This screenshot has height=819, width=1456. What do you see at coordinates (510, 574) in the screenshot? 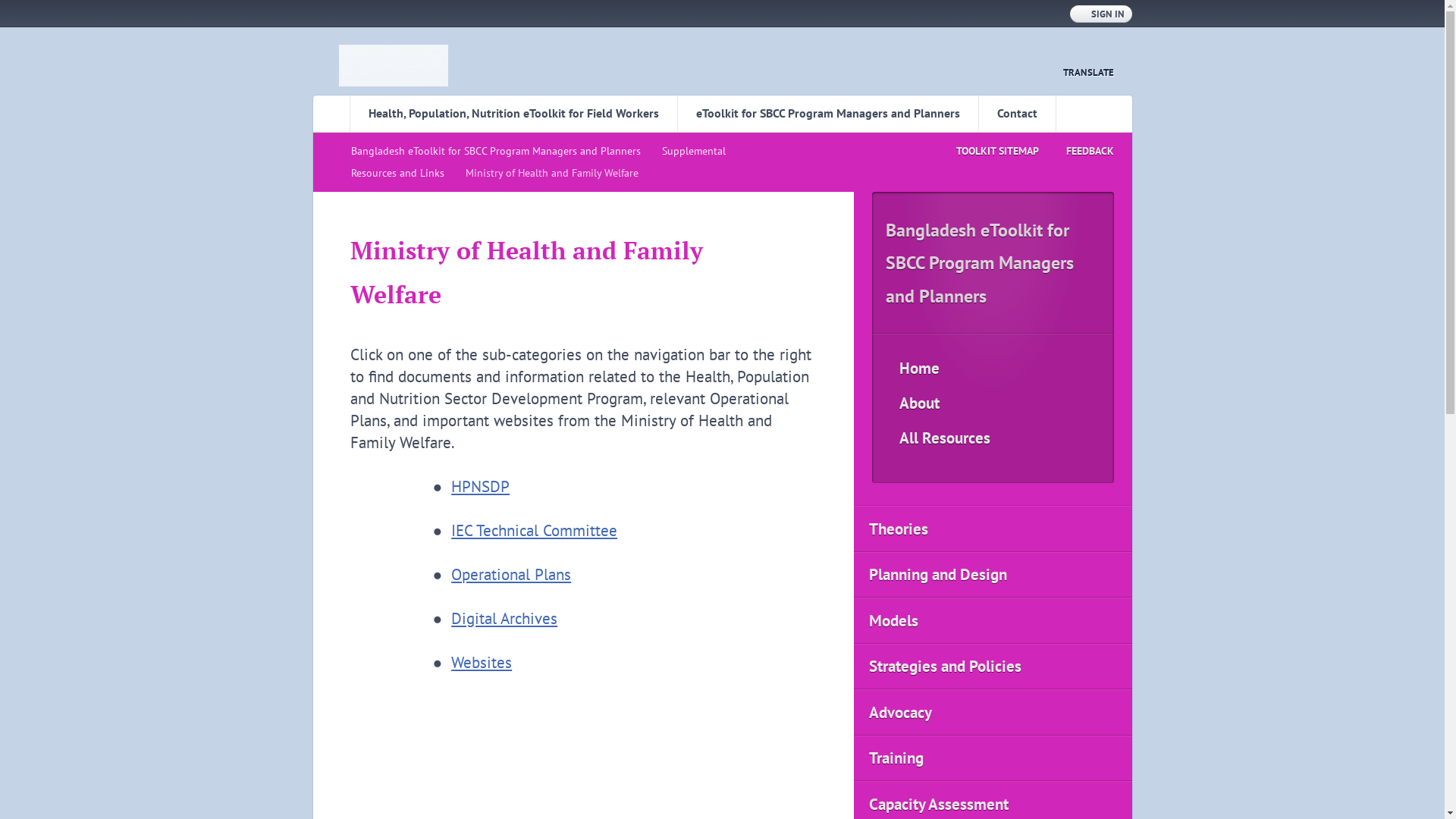
I see `'Operational Plans'` at bounding box center [510, 574].